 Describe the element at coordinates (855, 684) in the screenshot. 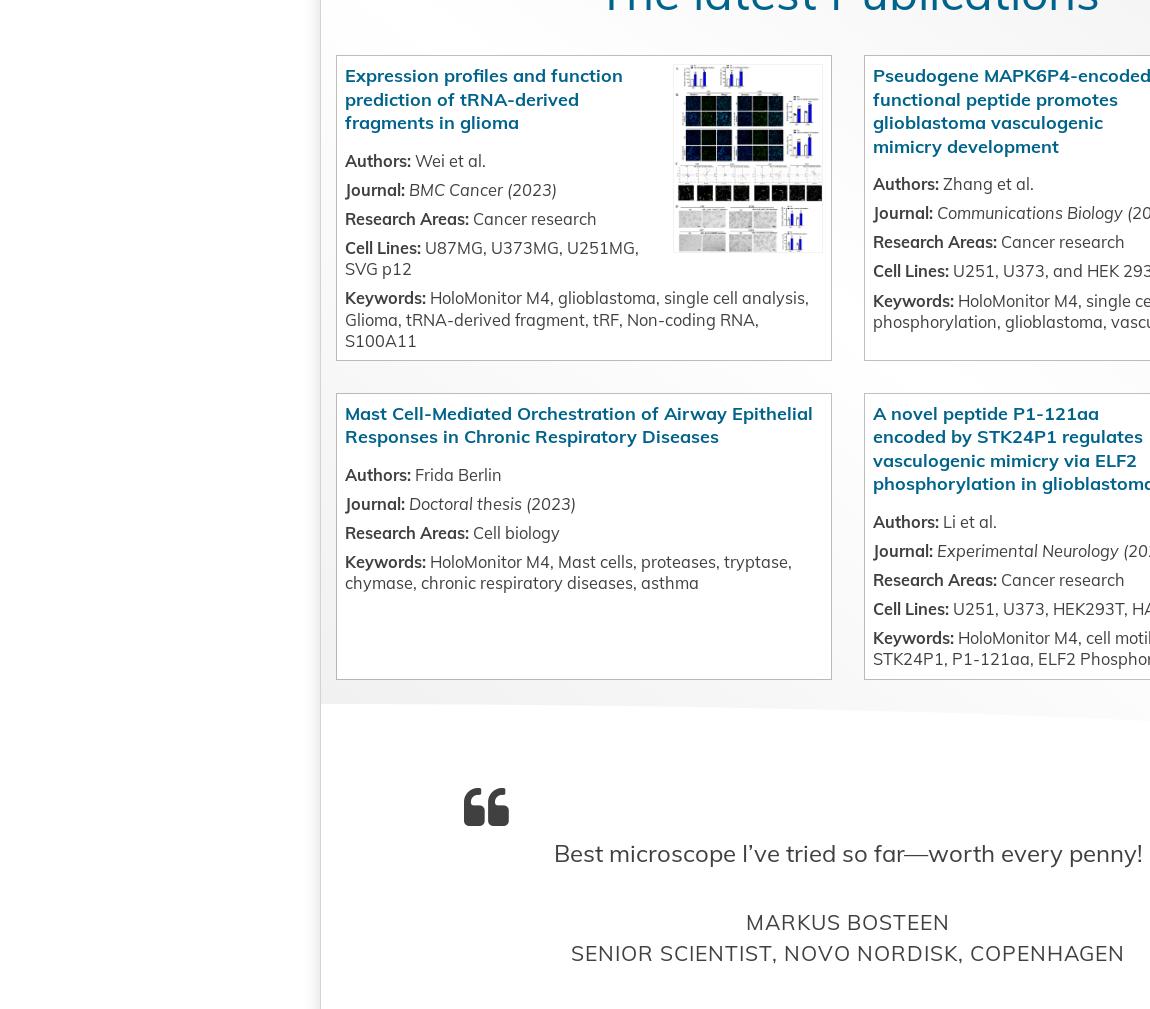

I see `'Li et al.'` at that location.